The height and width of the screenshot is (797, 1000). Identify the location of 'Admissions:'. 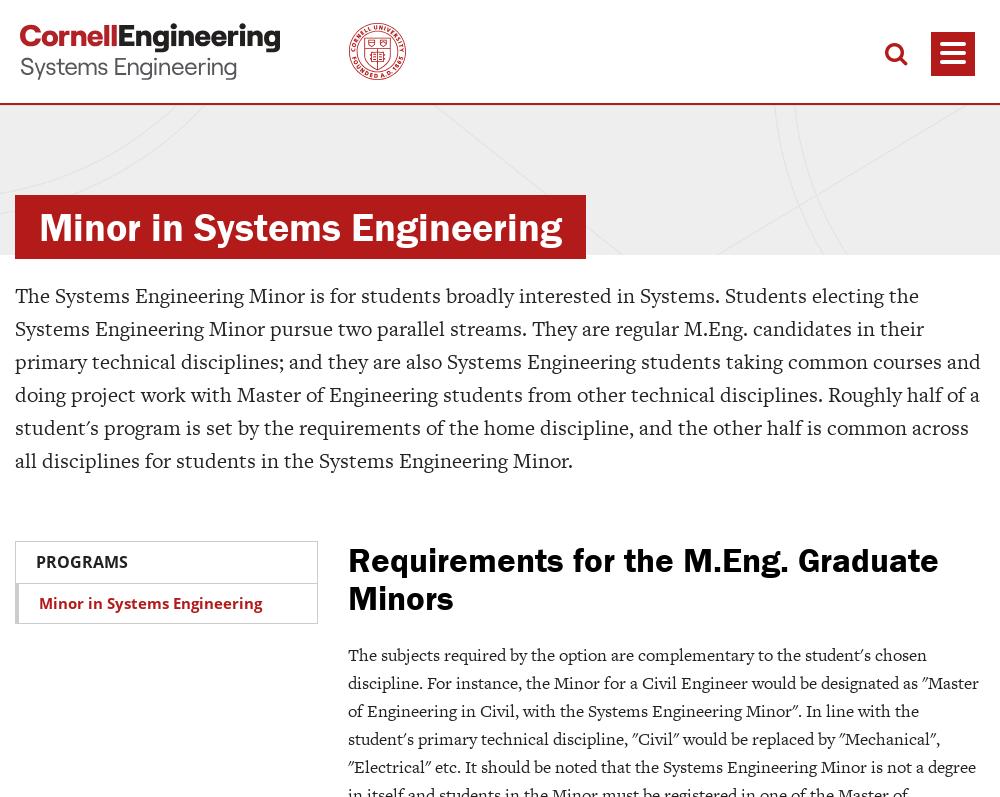
(15, 778).